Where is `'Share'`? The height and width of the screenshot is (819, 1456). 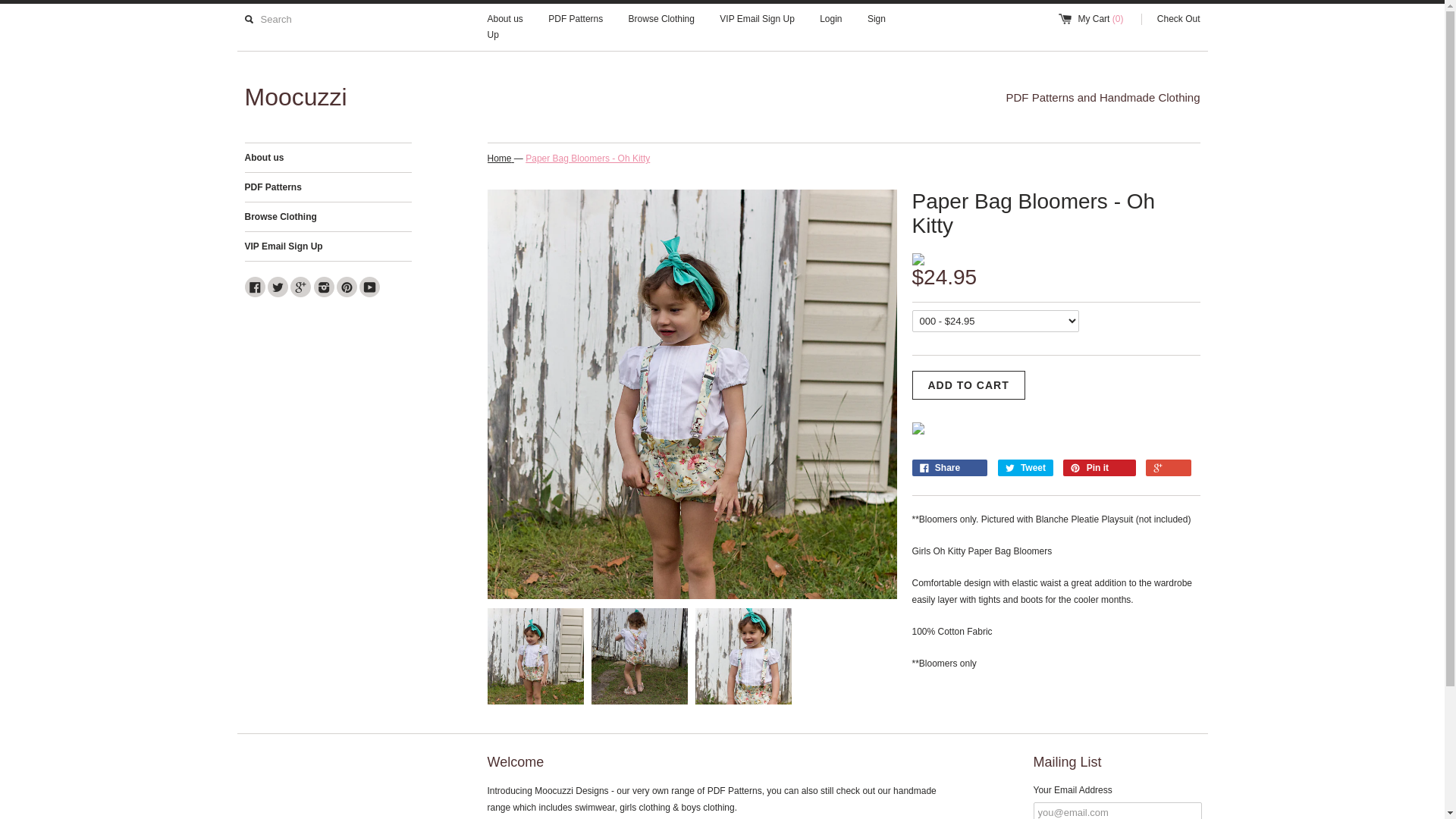
'Share' is located at coordinates (910, 467).